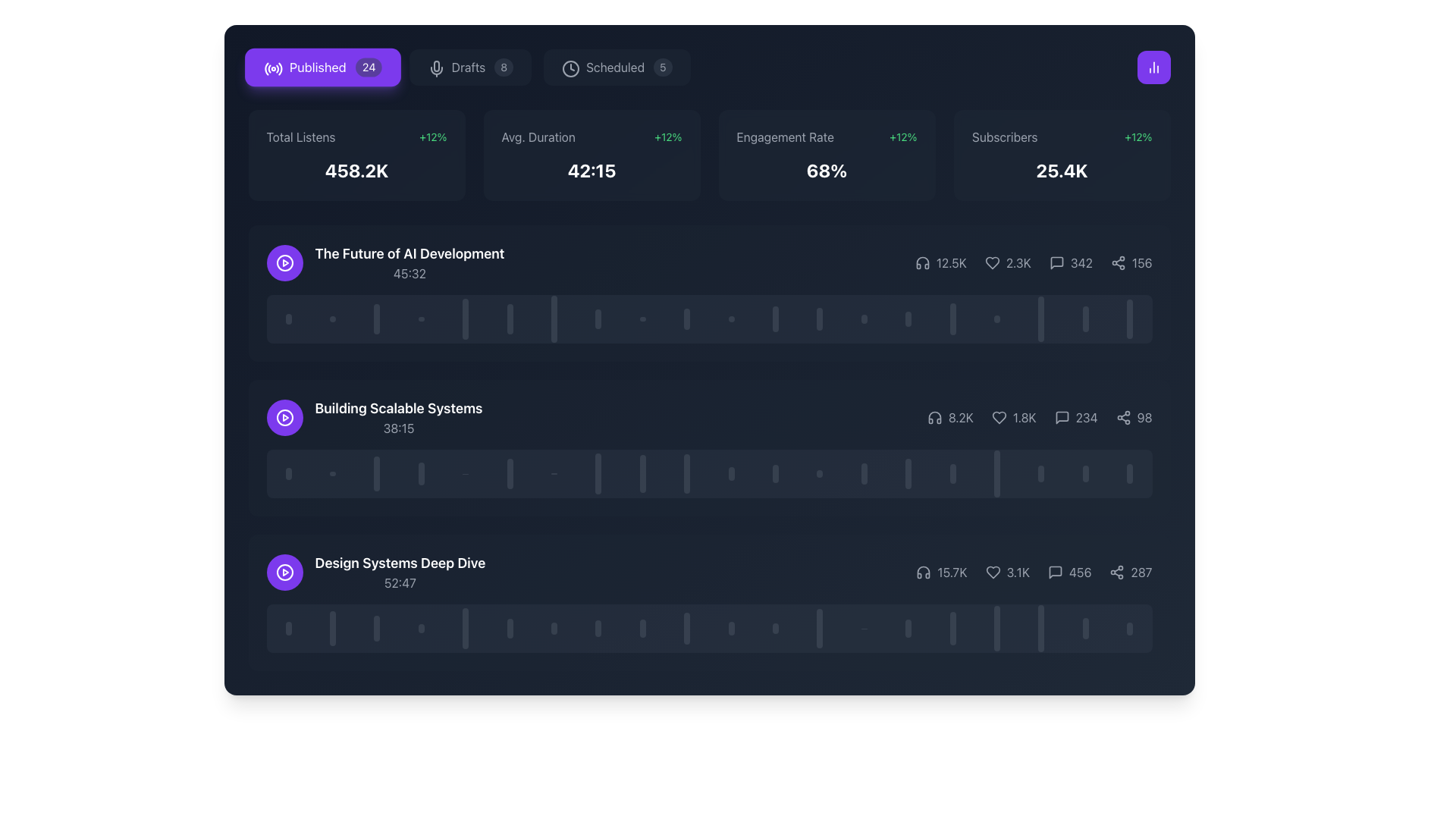 This screenshot has width=1456, height=819. I want to click on the vertical slider, so click(952, 618).